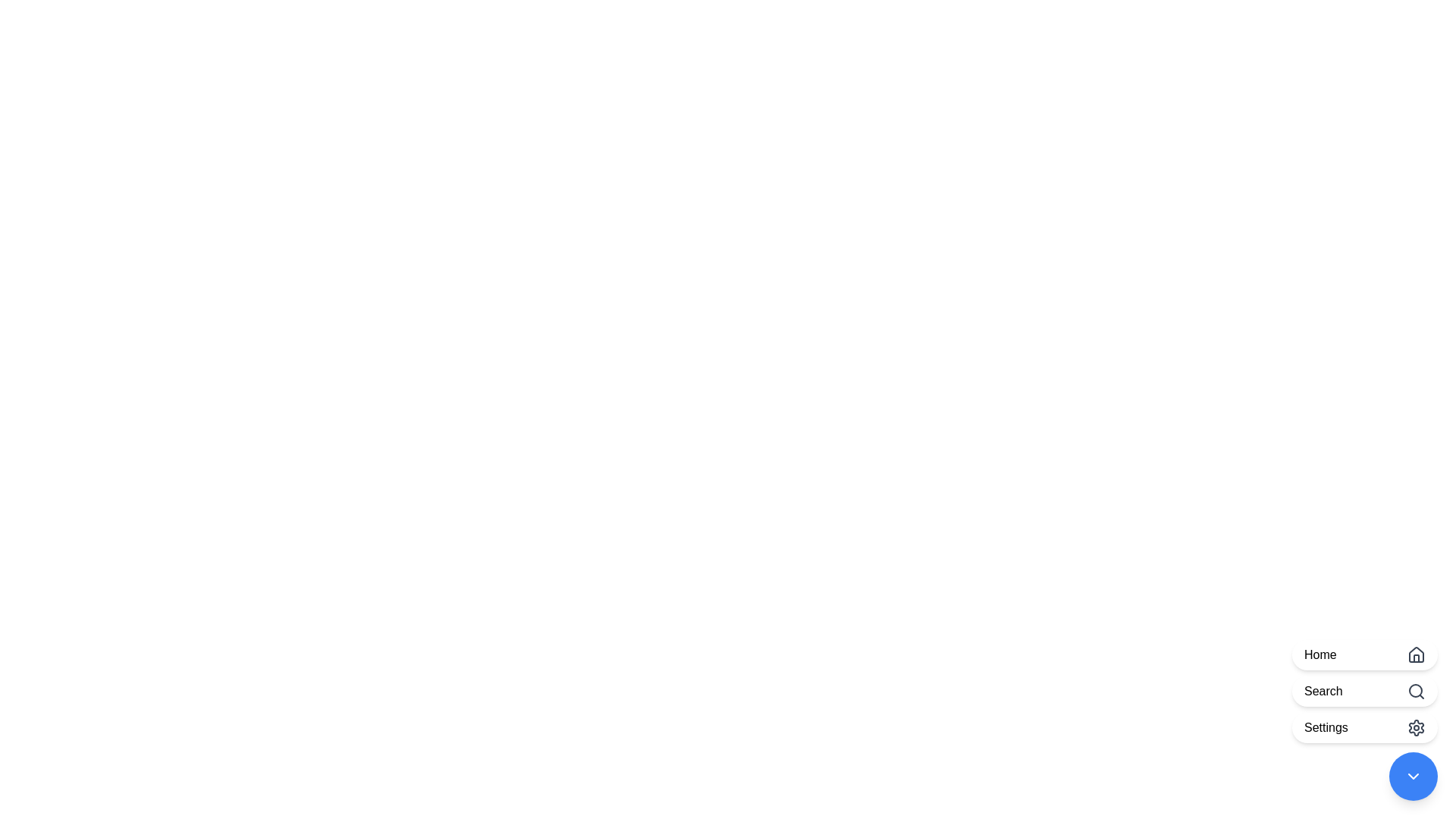 The image size is (1456, 819). I want to click on the 'Home' icon in the vertical navigation menu, so click(1415, 654).